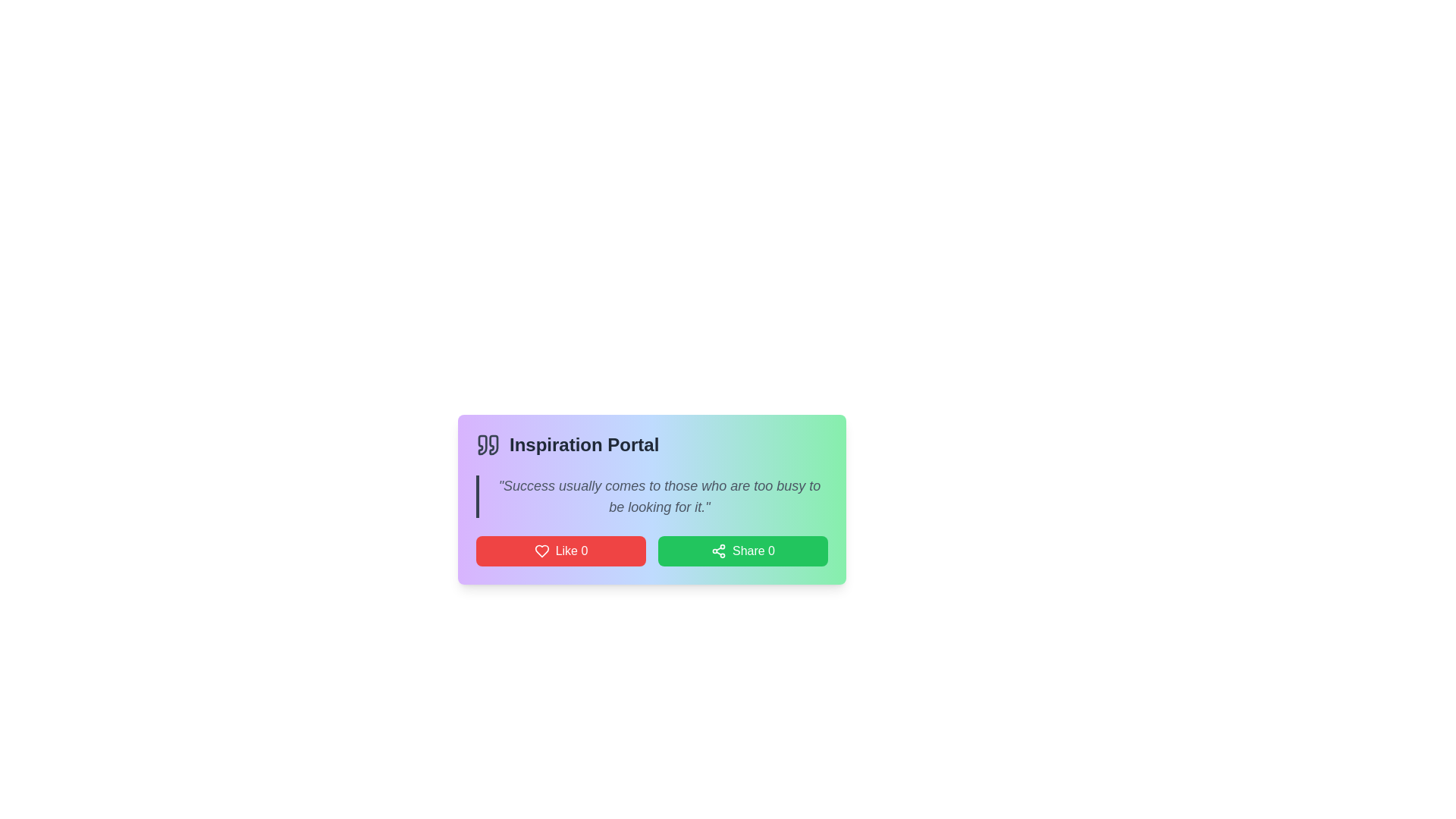 The image size is (1456, 819). What do you see at coordinates (541, 551) in the screenshot?
I see `the red heart icon located inside the 'Like 0' button at the bottom-left corner of the panel to like the content` at bounding box center [541, 551].